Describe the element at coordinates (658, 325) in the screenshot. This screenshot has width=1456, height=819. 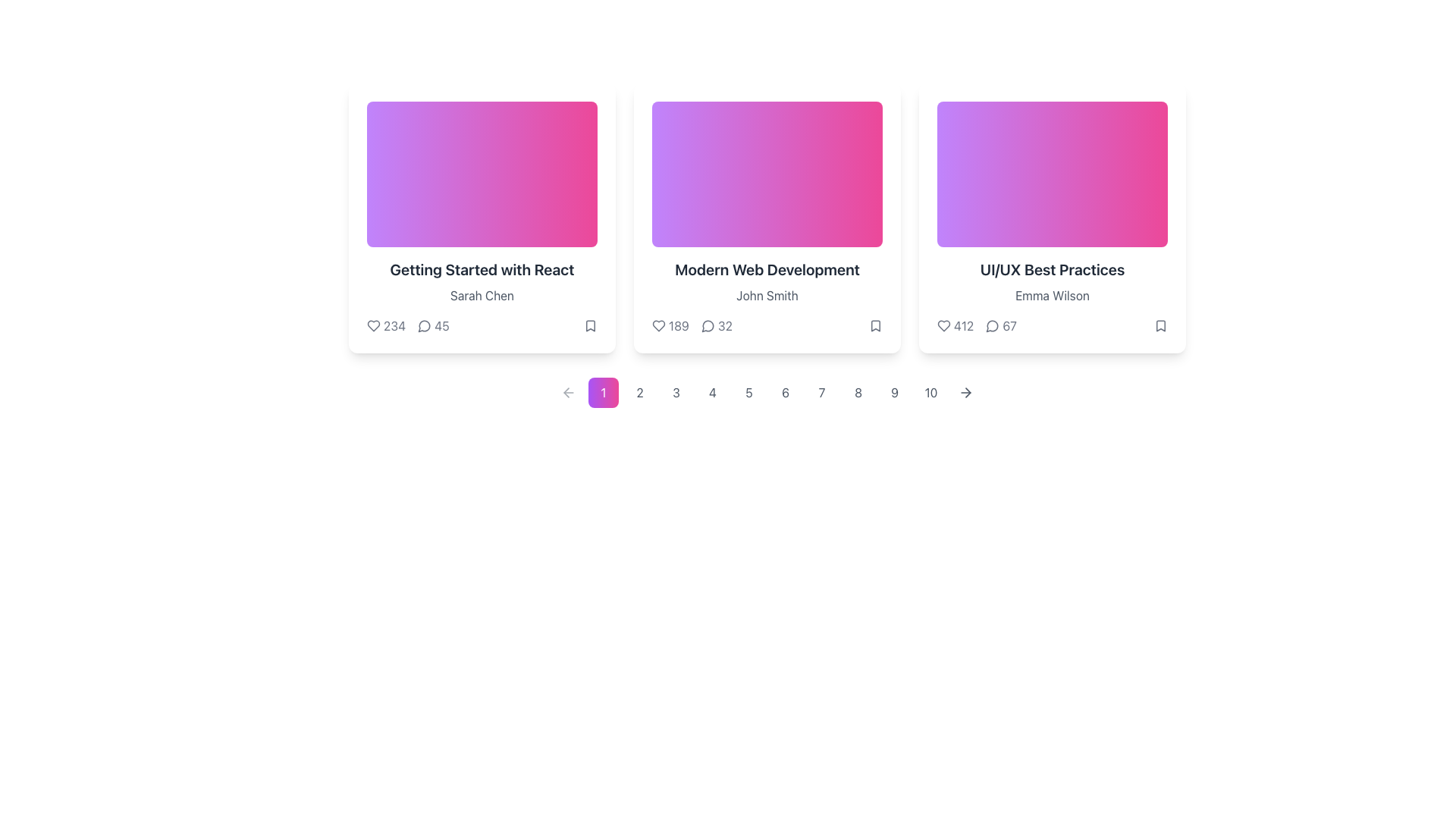
I see `the heart icon, which is an outlined heart shape symbolizing liking or favoriting content, located in the second card from the left on the top row of the interface grid` at that location.